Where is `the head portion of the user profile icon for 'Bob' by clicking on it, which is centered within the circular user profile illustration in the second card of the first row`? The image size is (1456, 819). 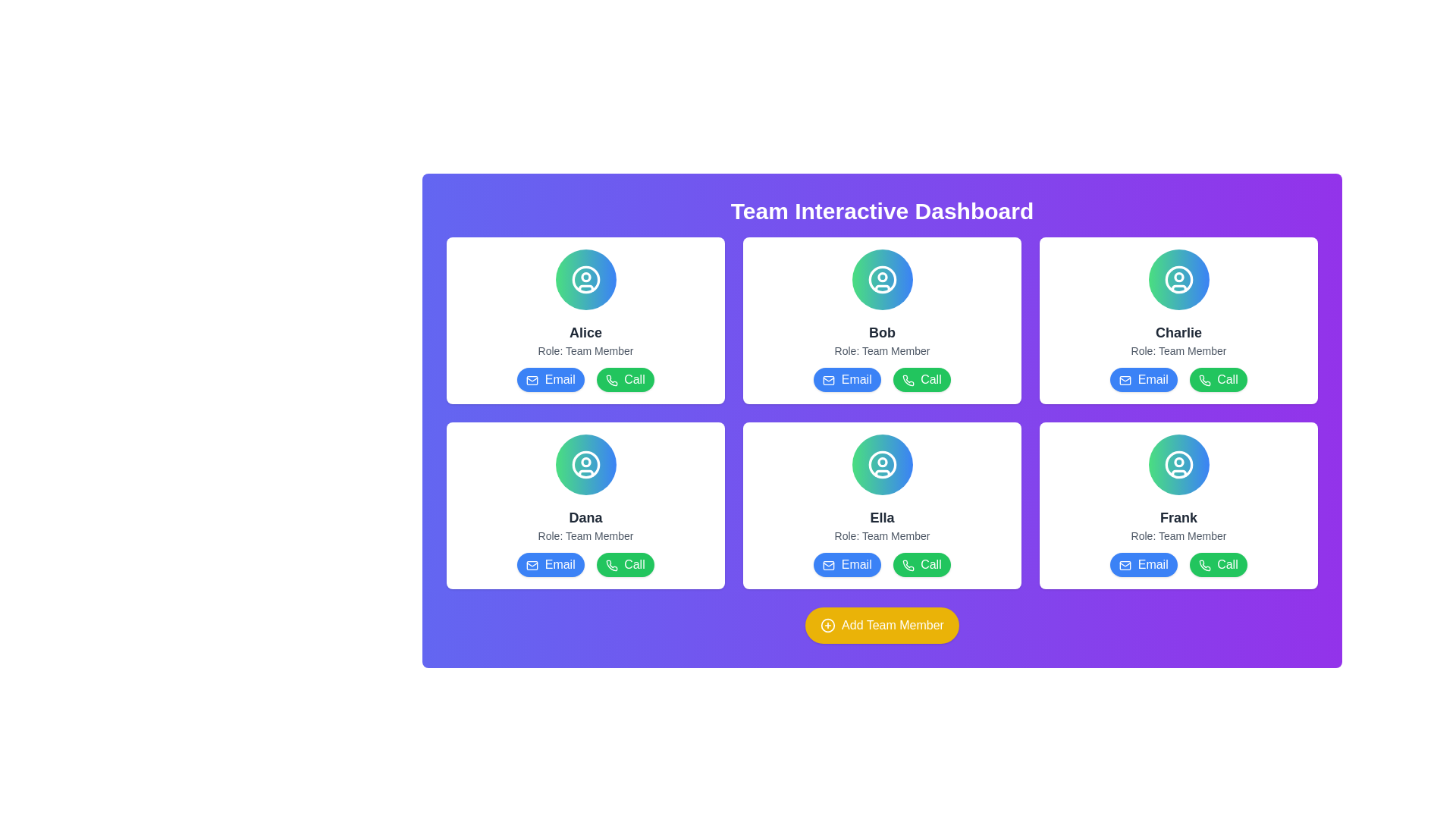
the head portion of the user profile icon for 'Bob' by clicking on it, which is centered within the circular user profile illustration in the second card of the first row is located at coordinates (882, 277).